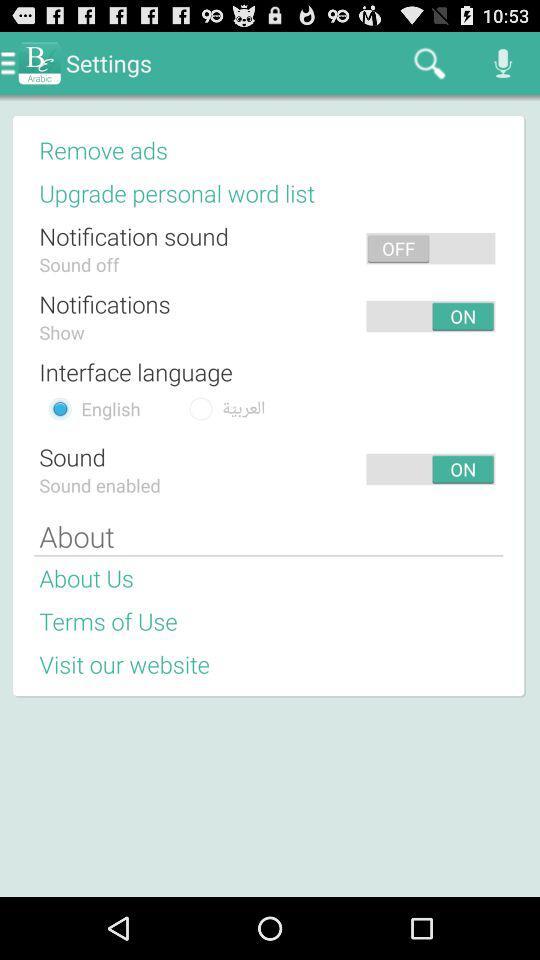  I want to click on item to the right of the notifications app, so click(267, 316).